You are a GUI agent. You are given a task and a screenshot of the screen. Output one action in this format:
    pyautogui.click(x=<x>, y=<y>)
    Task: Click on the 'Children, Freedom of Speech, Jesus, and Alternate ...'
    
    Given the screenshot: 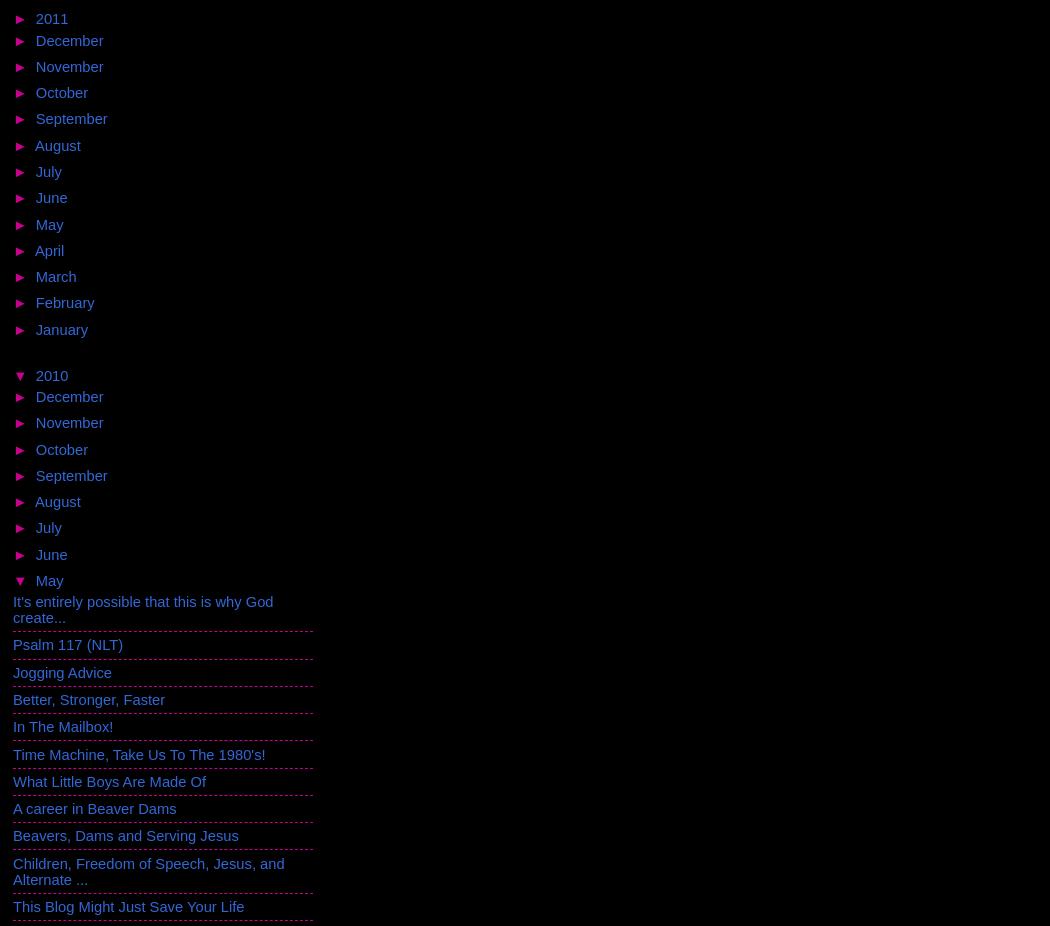 What is the action you would take?
    pyautogui.click(x=147, y=870)
    